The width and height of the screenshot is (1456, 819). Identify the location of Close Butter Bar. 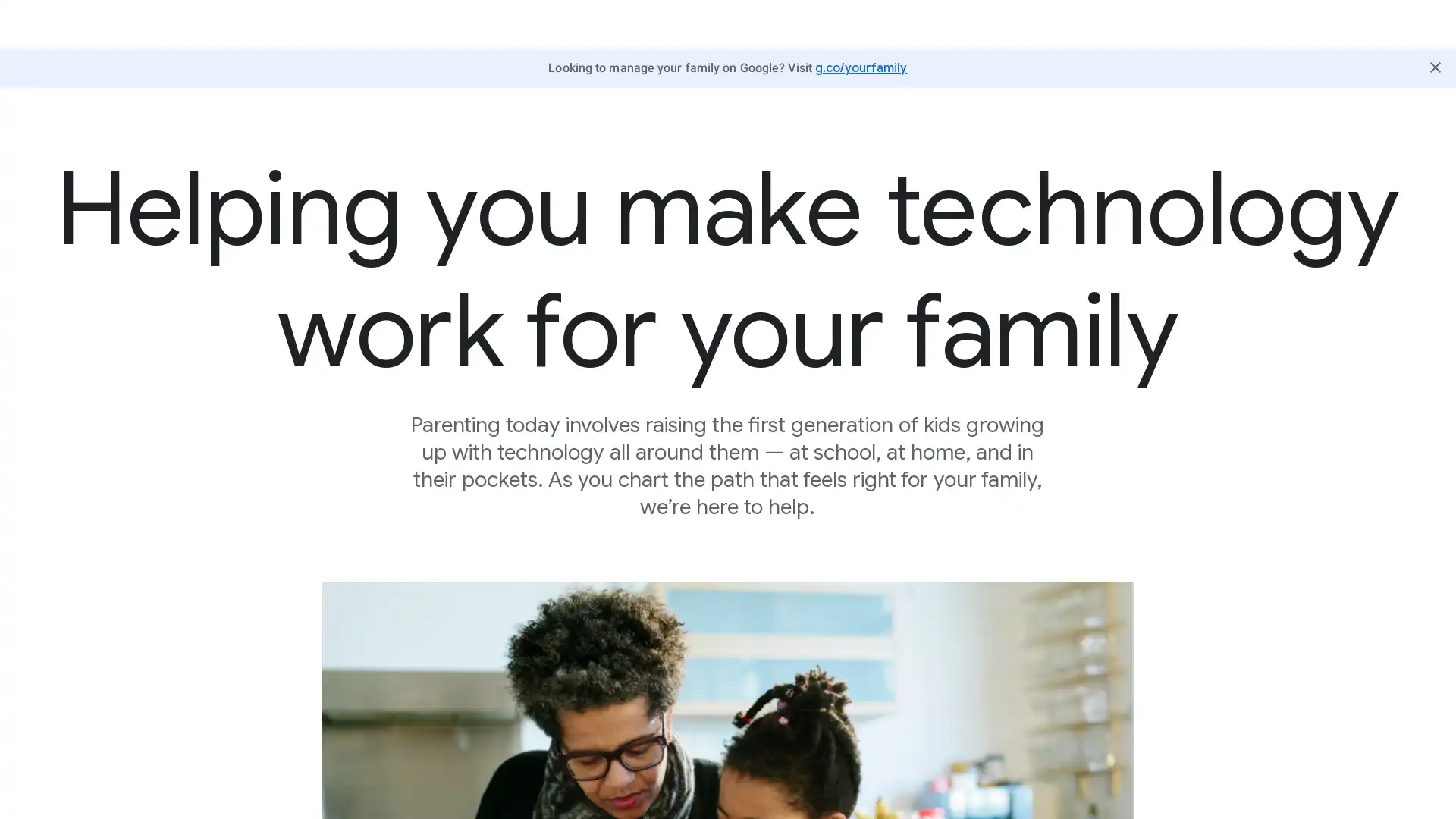
(1434, 66).